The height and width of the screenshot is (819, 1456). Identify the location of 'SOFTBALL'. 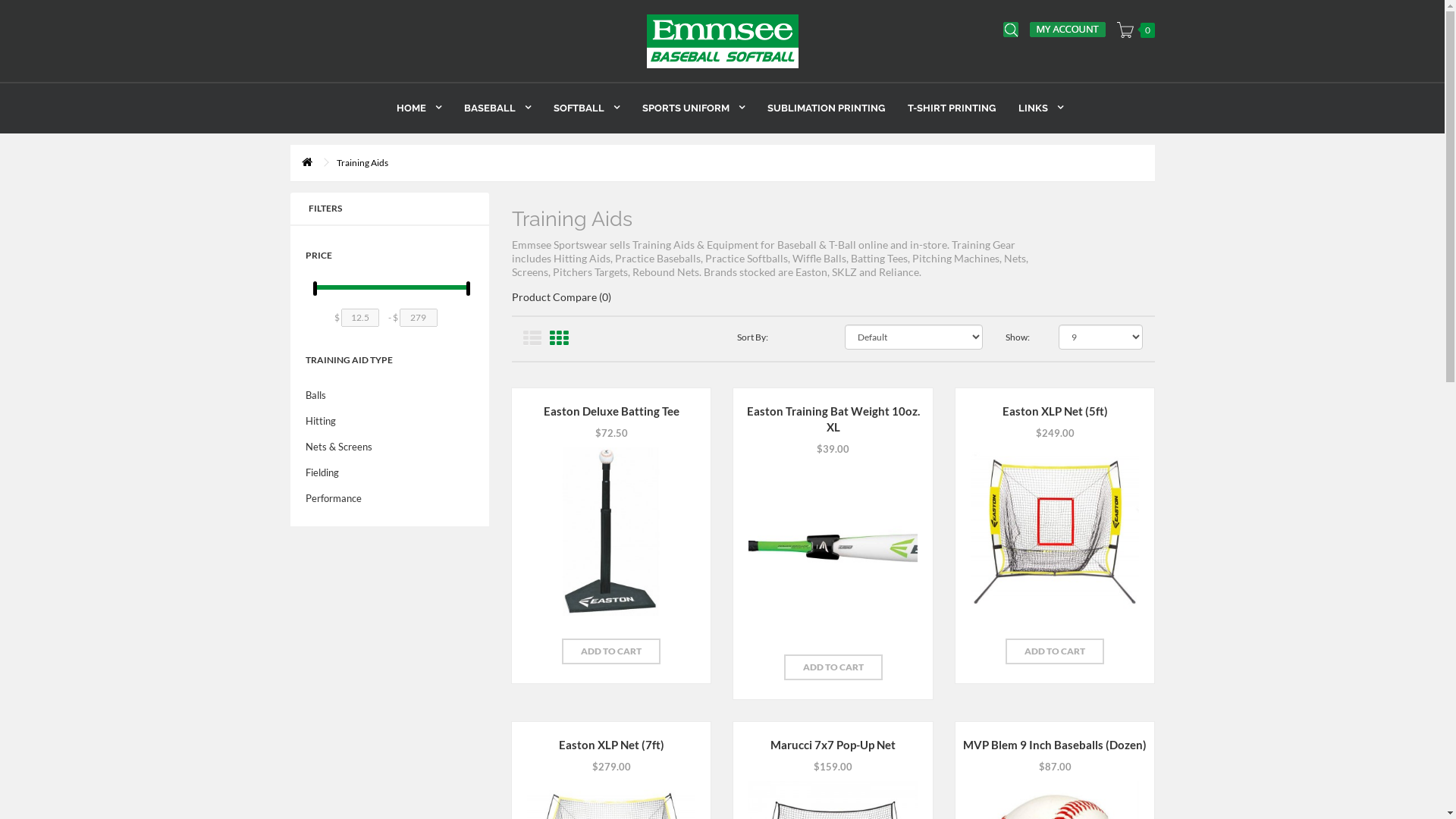
(578, 107).